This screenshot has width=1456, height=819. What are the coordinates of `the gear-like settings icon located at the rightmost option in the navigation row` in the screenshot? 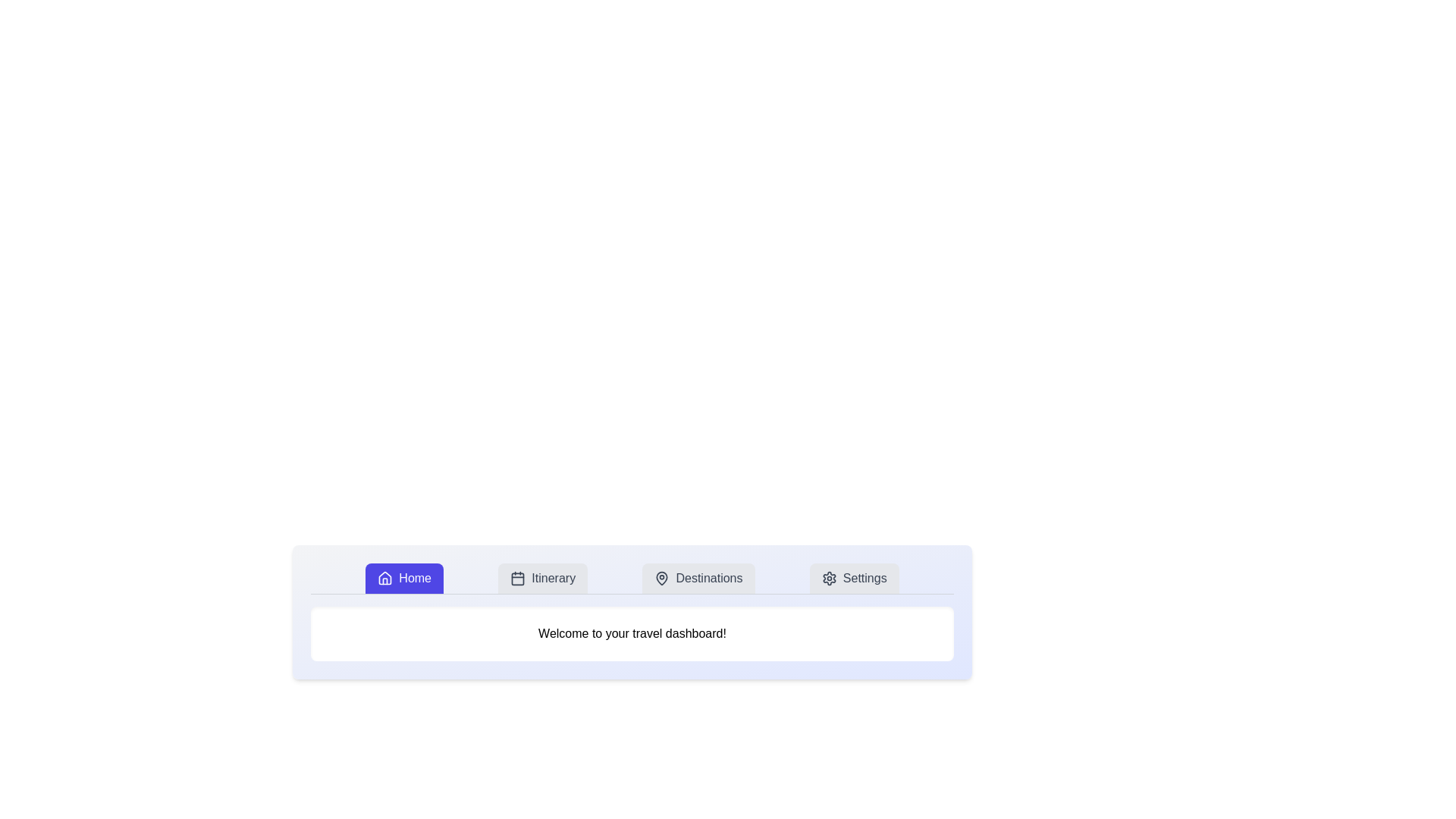 It's located at (828, 579).